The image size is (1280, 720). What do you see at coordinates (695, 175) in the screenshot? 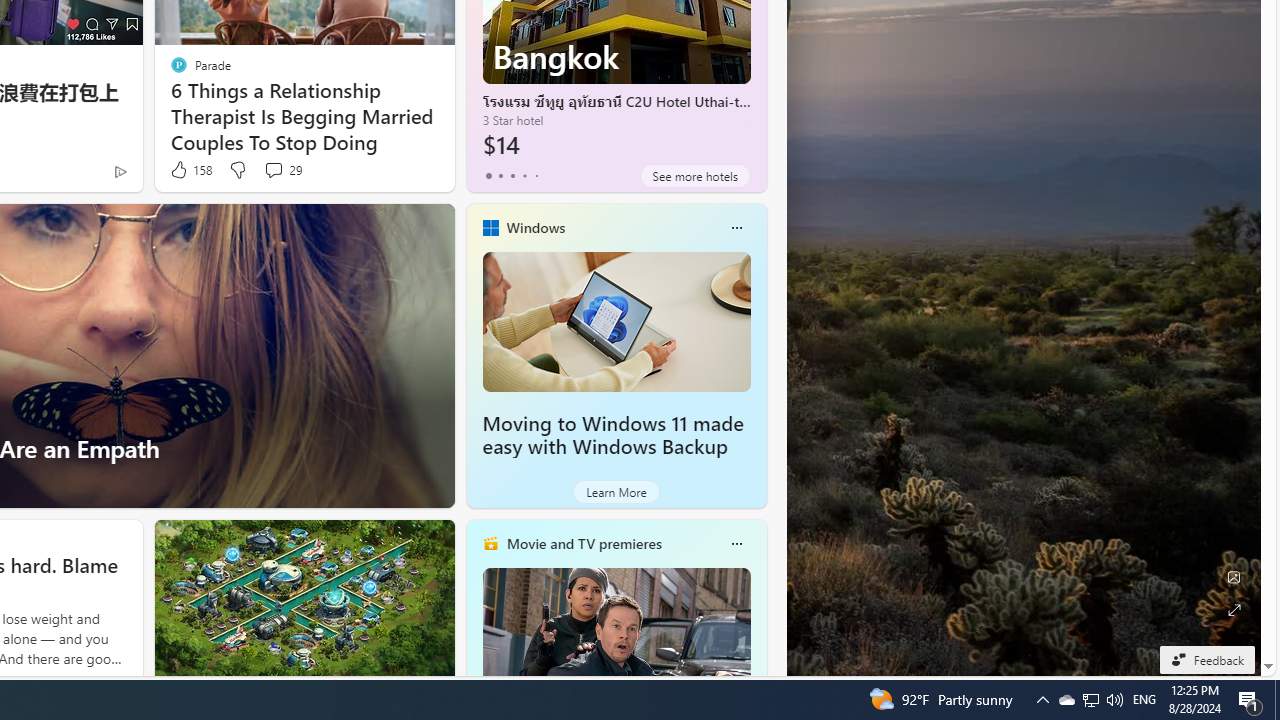
I see `'See more hotels'` at bounding box center [695, 175].